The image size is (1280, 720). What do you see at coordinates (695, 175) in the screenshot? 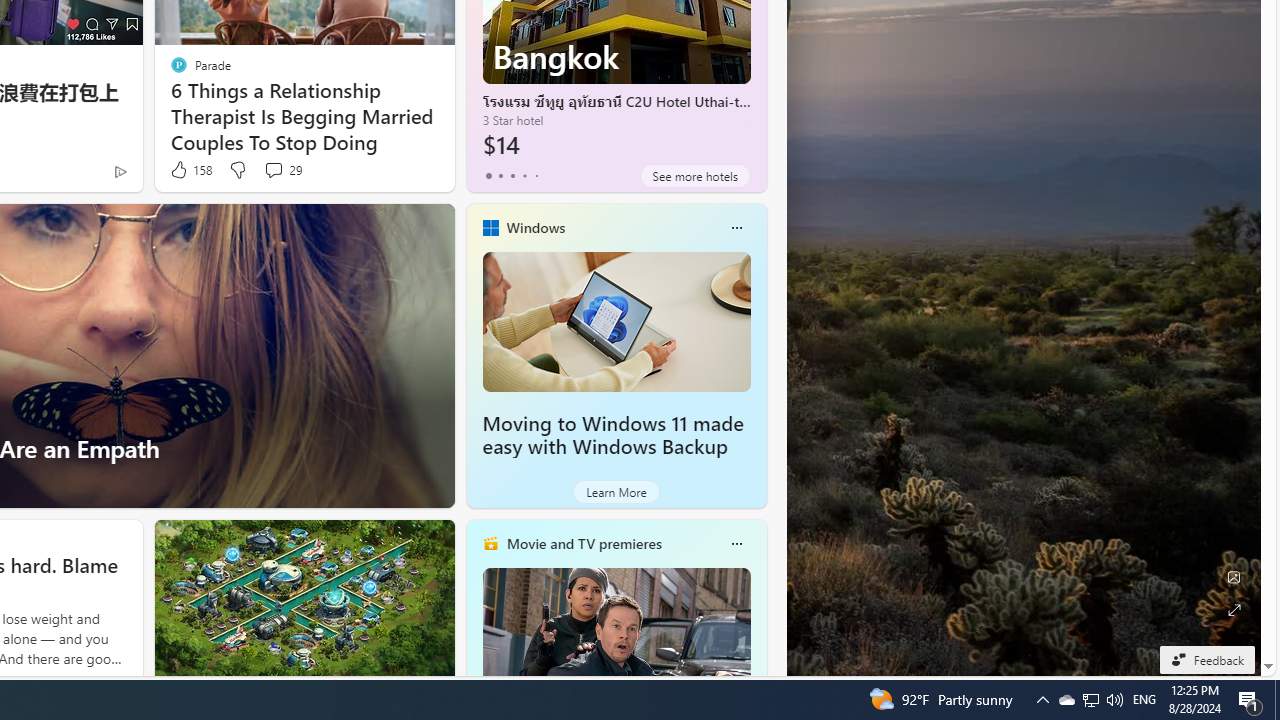
I see `'See more hotels'` at bounding box center [695, 175].